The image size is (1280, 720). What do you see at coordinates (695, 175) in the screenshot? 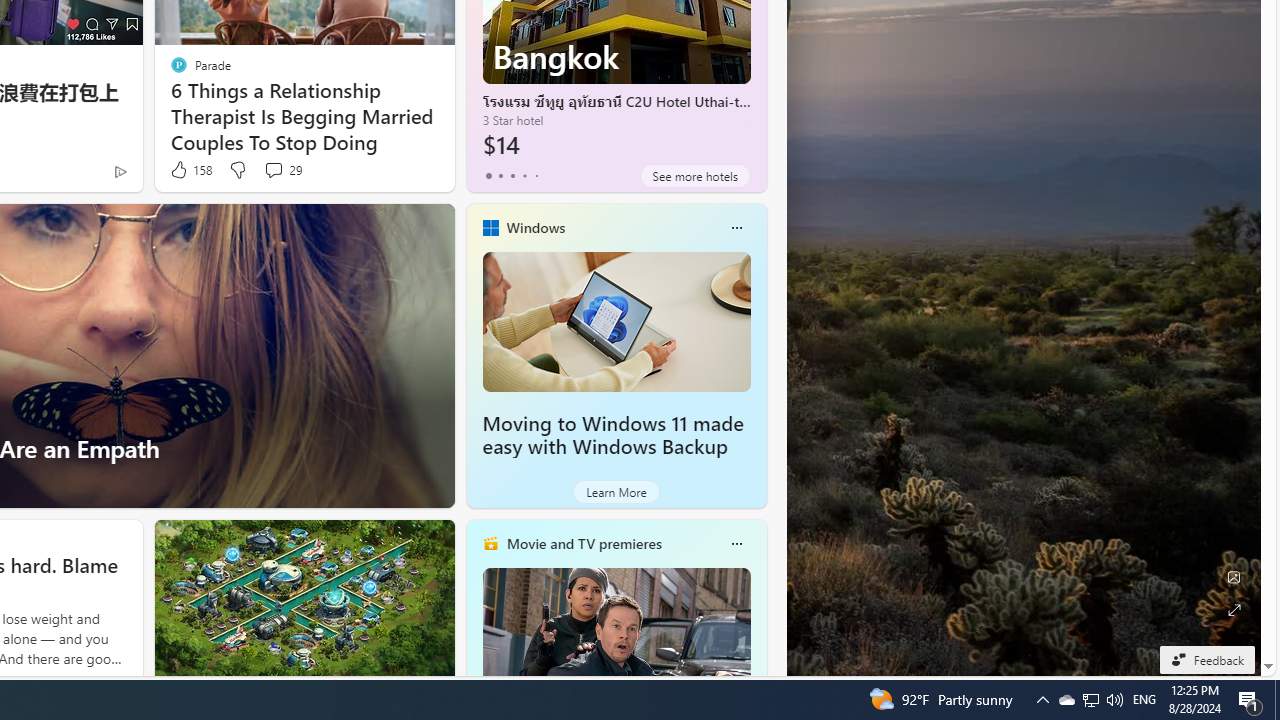
I see `'See more hotels'` at bounding box center [695, 175].